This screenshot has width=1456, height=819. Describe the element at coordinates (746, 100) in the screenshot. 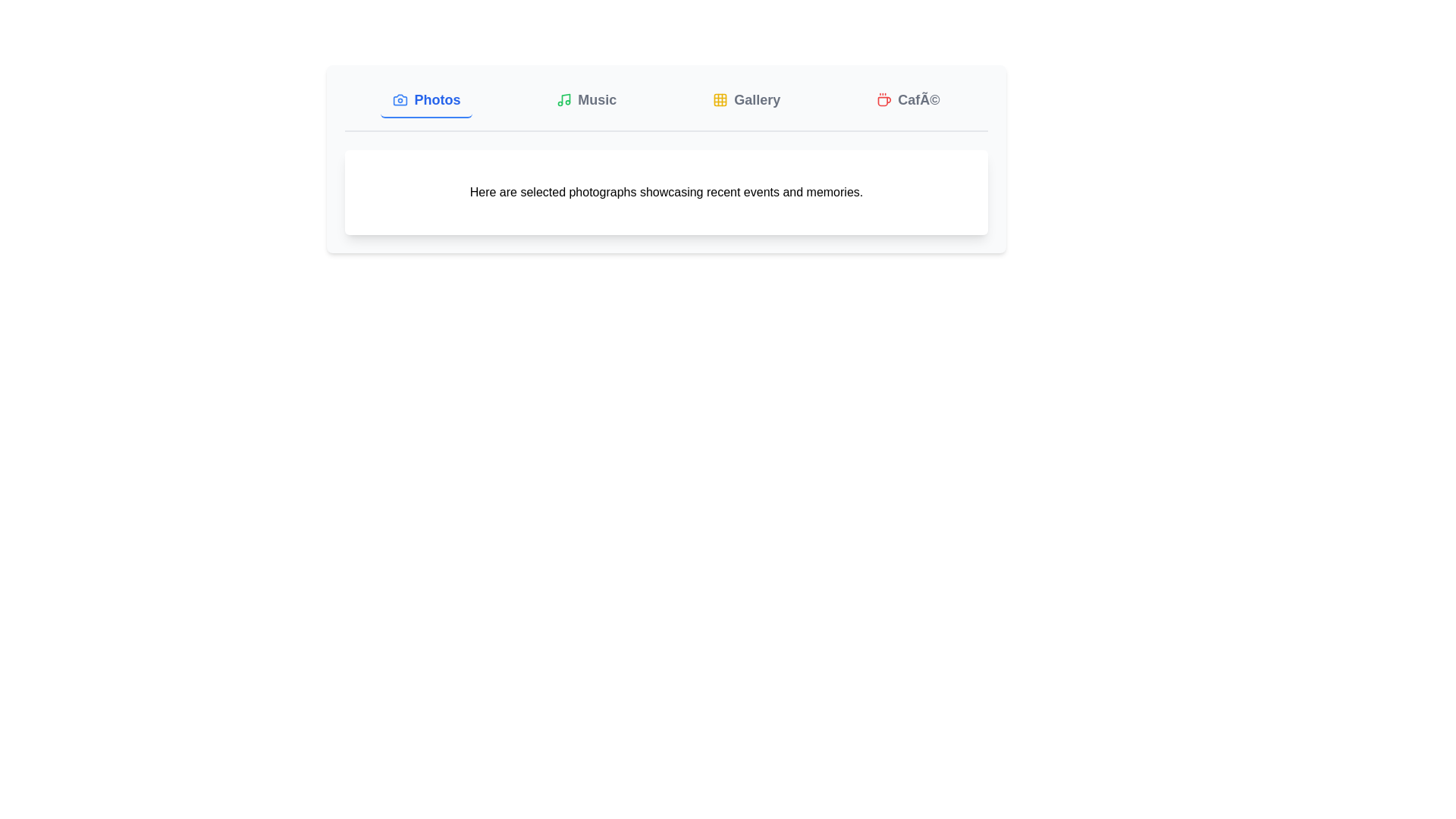

I see `the 'Gallery' button, which is the third tab from the left in the horizontal navigation bar, positioned between the 'Music' and 'Café' tabs to trigger a visual effect` at that location.